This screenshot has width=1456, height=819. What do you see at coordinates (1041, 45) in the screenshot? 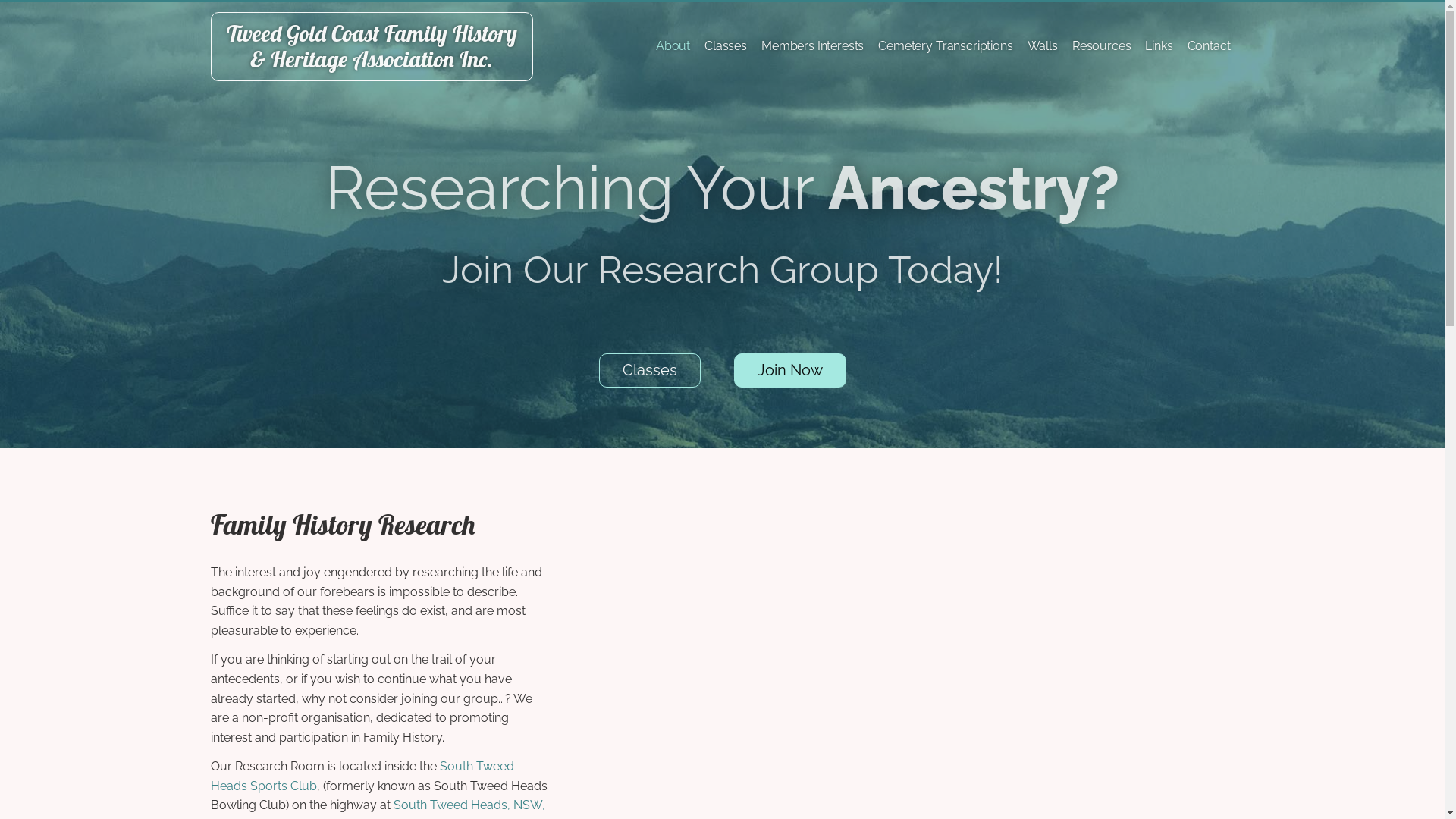
I see `'Walls'` at bounding box center [1041, 45].